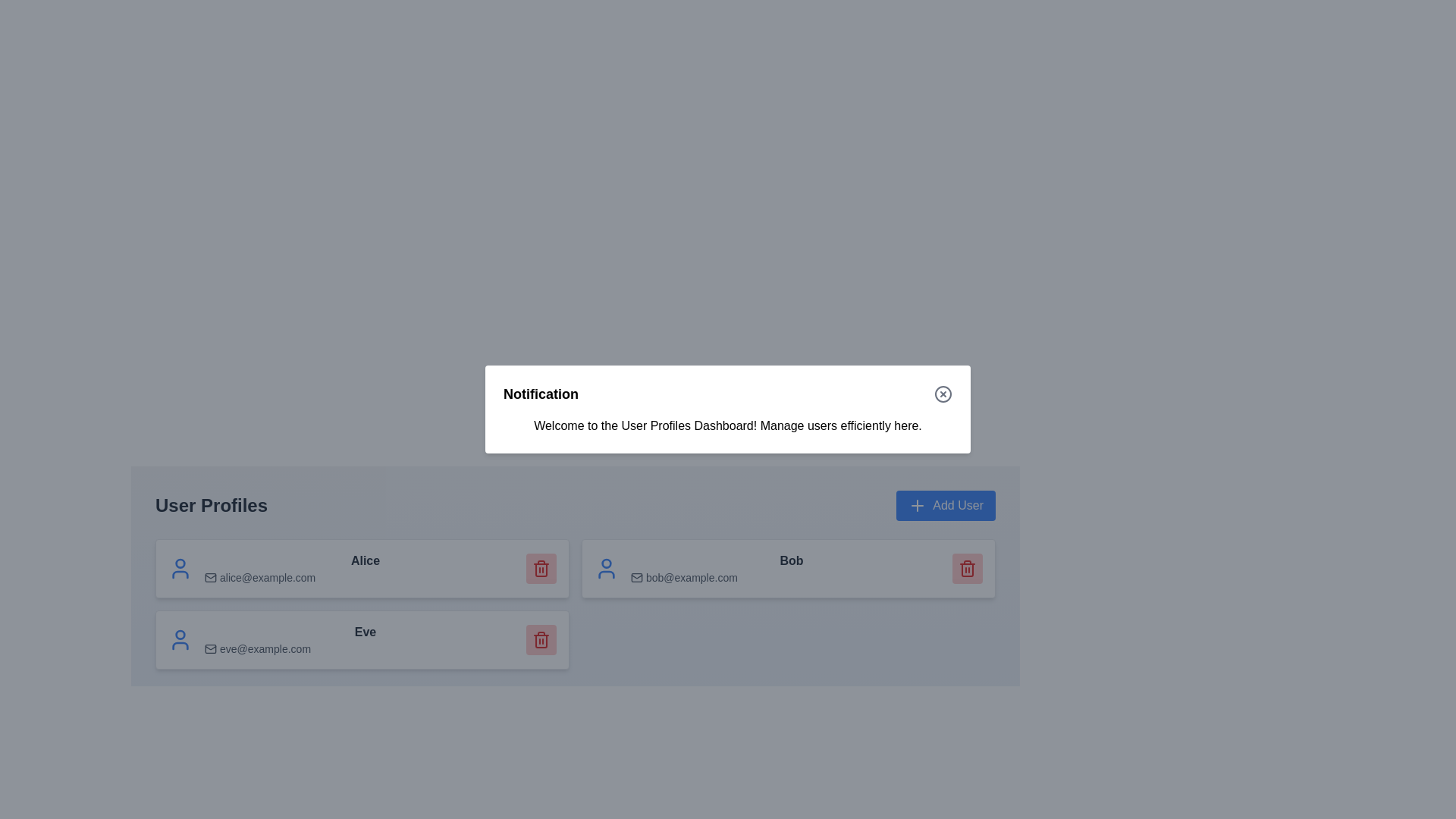 The height and width of the screenshot is (819, 1456). Describe the element at coordinates (942, 394) in the screenshot. I see `the Close button, a circular icon with an 'X' mark, located in the top-right corner of the notification modal` at that location.